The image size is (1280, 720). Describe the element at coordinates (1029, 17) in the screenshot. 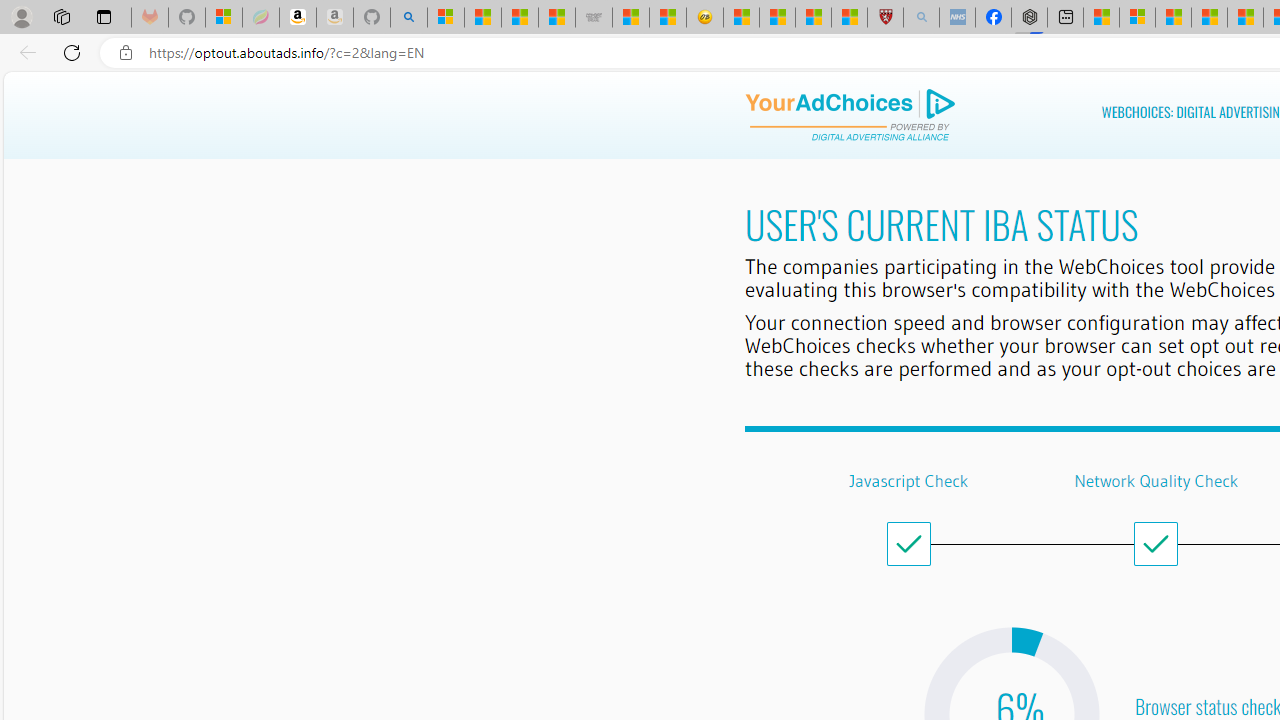

I see `'Nordace - Nordace Siena Is Not An Ordinary Backpack'` at that location.